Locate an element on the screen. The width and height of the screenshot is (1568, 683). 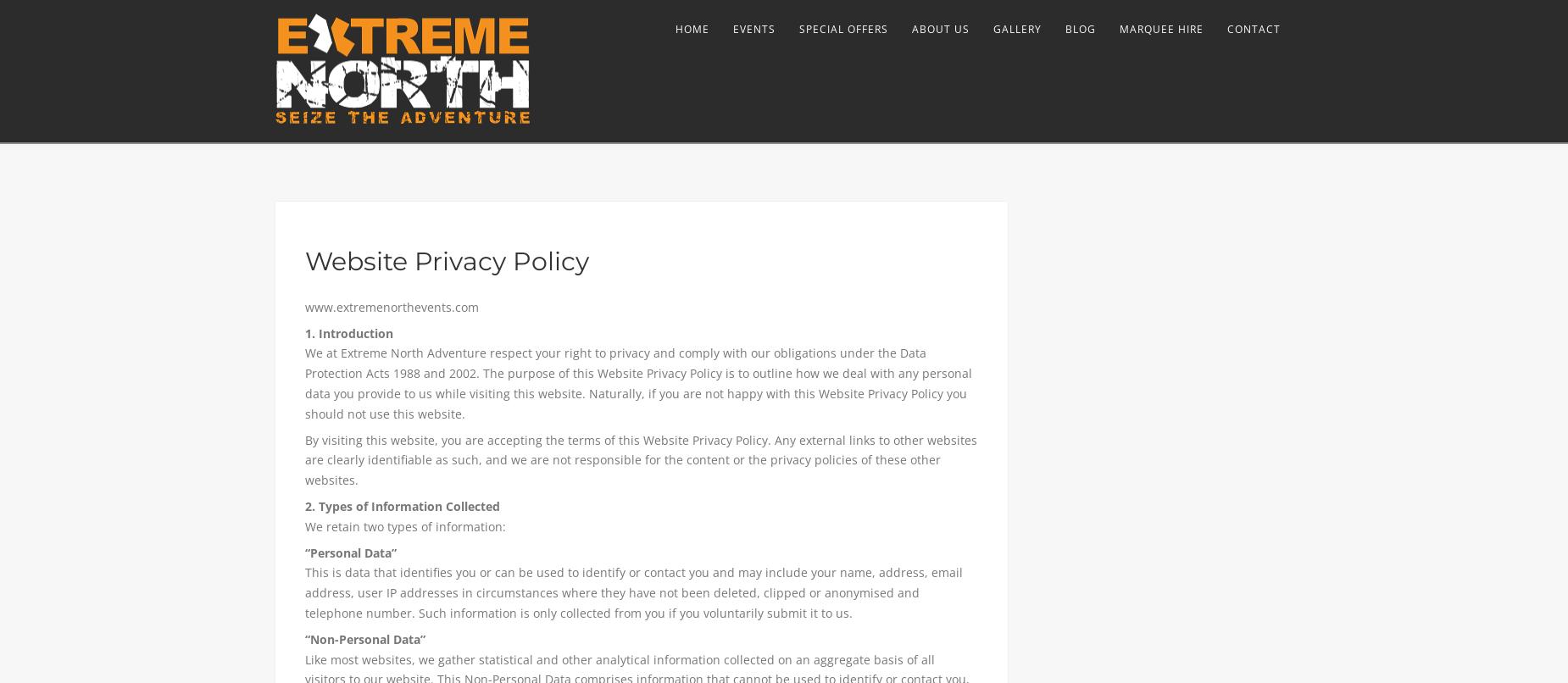
'www.extremenorthevents.com' is located at coordinates (390, 305).